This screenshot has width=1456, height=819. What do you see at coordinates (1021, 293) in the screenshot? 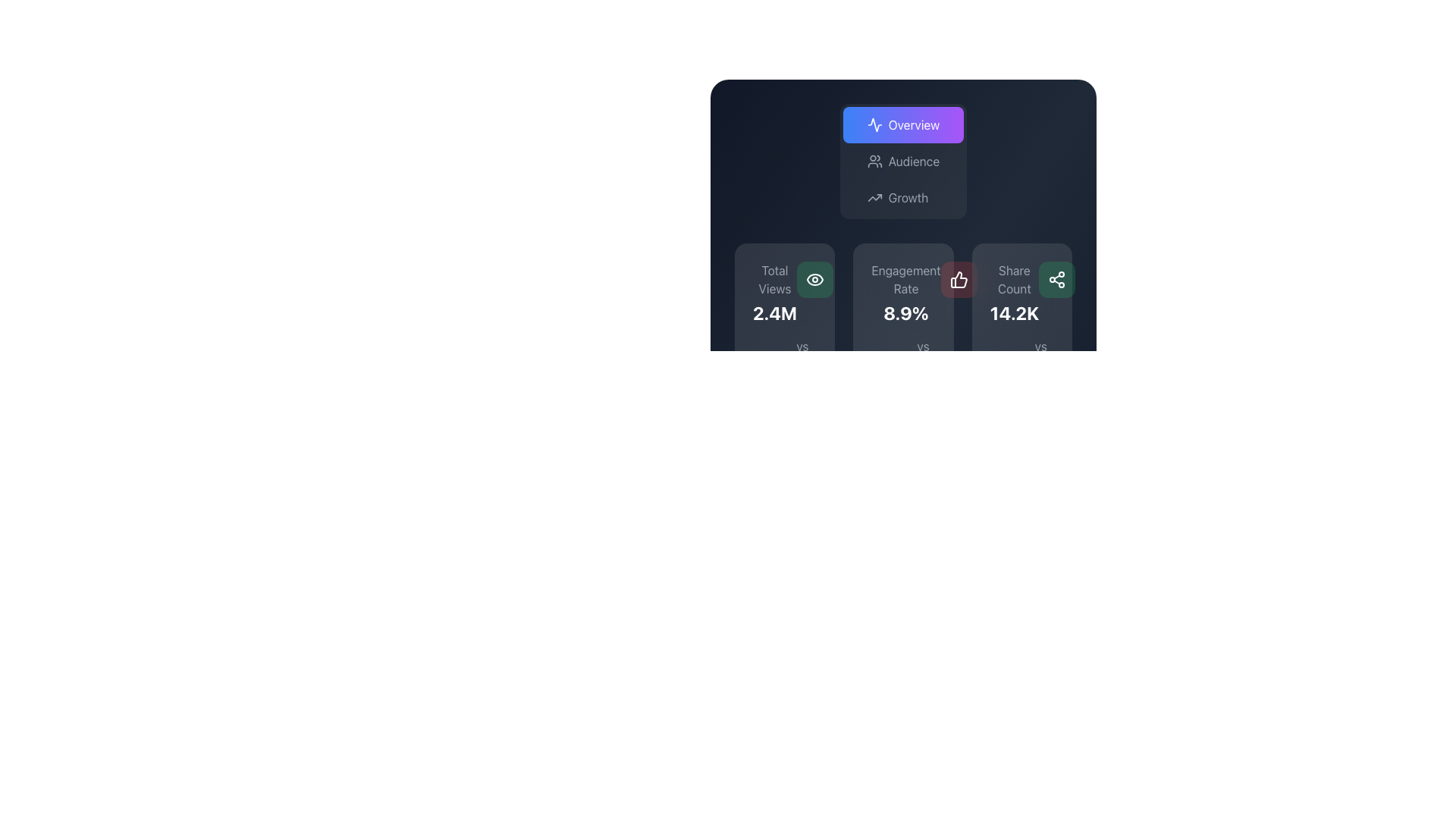
I see `displayed text of the 'Share Count' statistical display element, which shows '14.2K' prominently on a dark background` at bounding box center [1021, 293].